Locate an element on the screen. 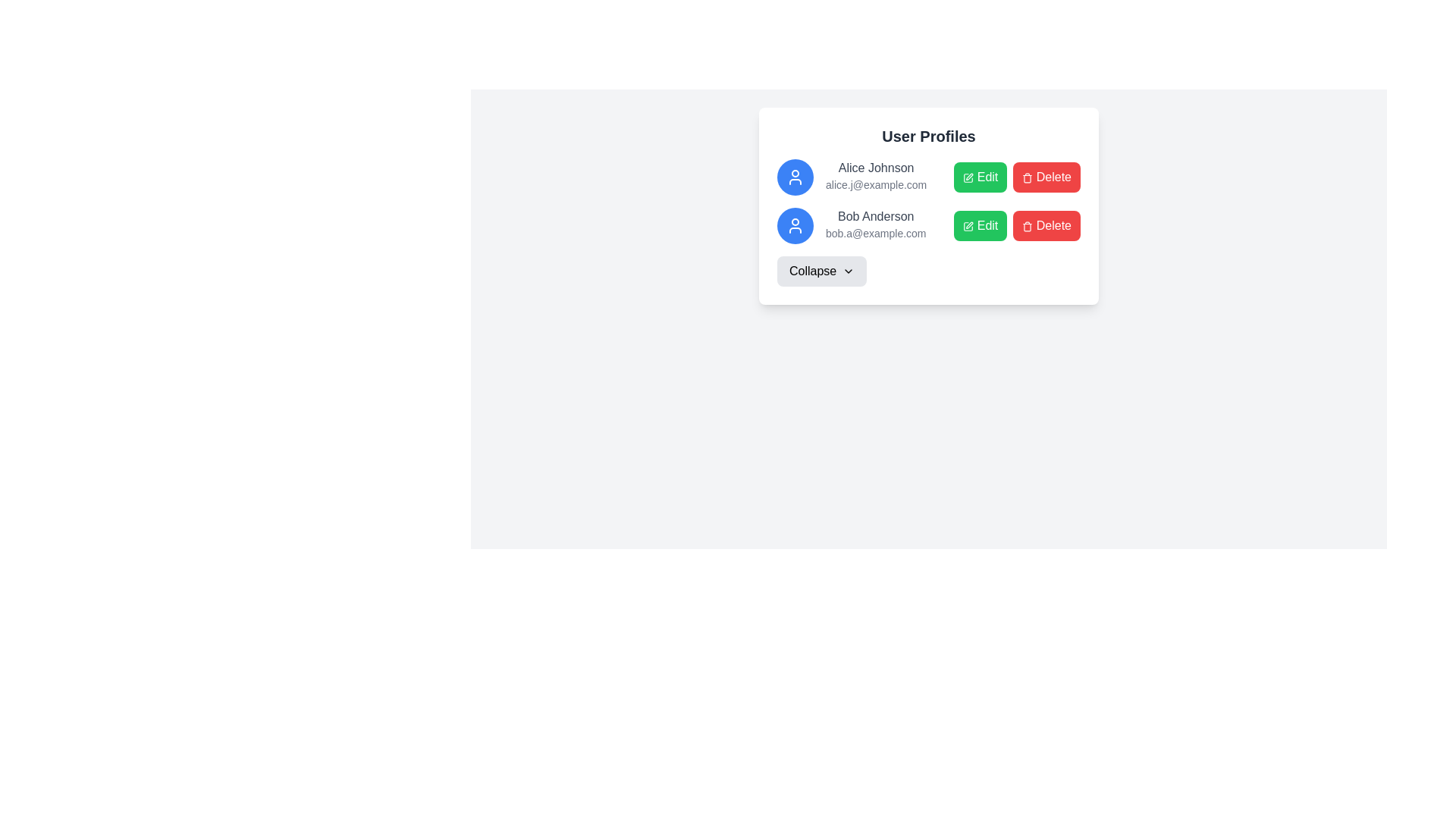 This screenshot has height=819, width=1456. the edit button associated with user 'Bob Anderson', which is represented by a minimalistic square border as part of a pen or edit icon is located at coordinates (968, 226).